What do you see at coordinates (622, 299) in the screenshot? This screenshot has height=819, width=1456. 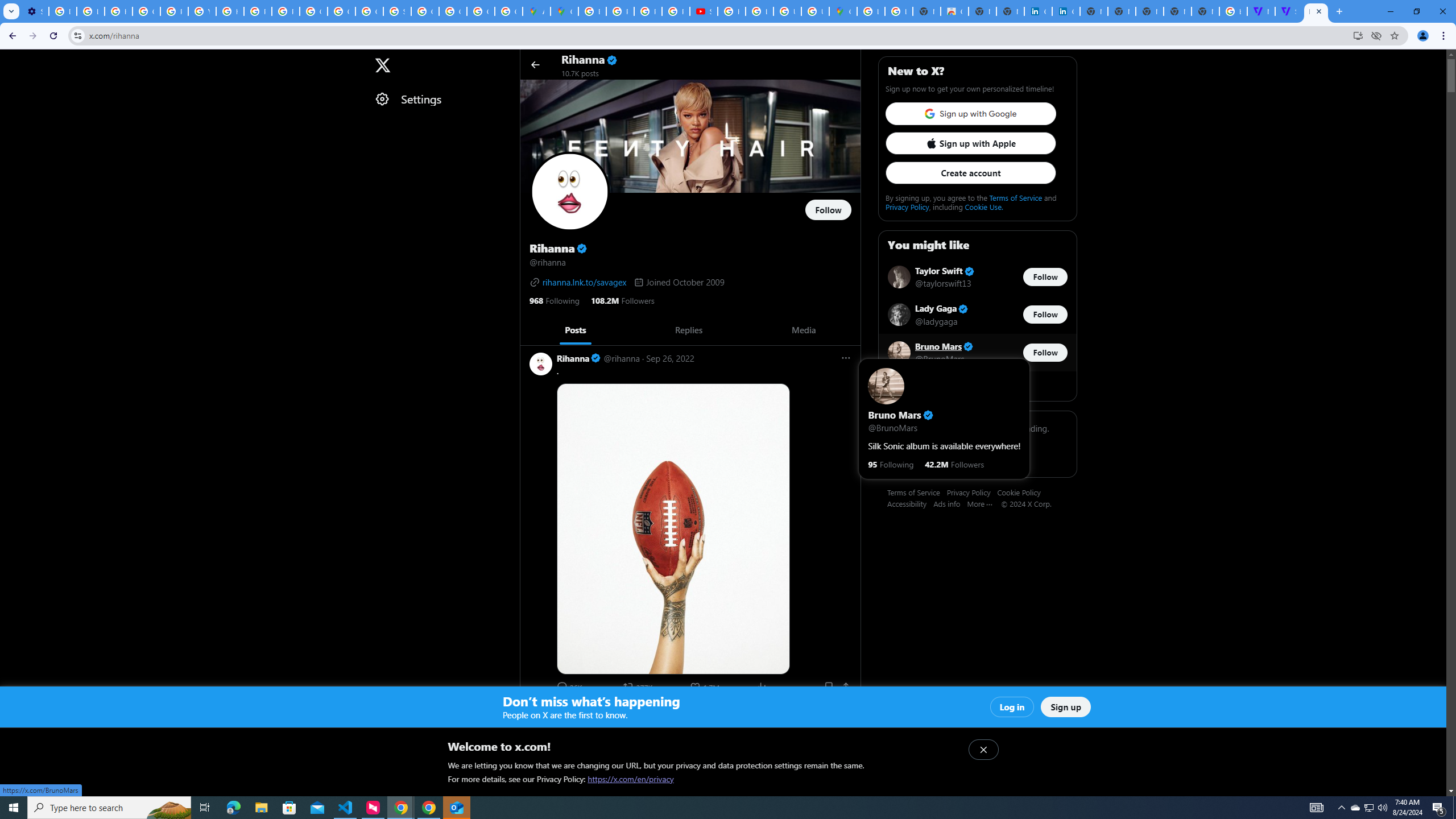 I see `'108.2M Followers'` at bounding box center [622, 299].